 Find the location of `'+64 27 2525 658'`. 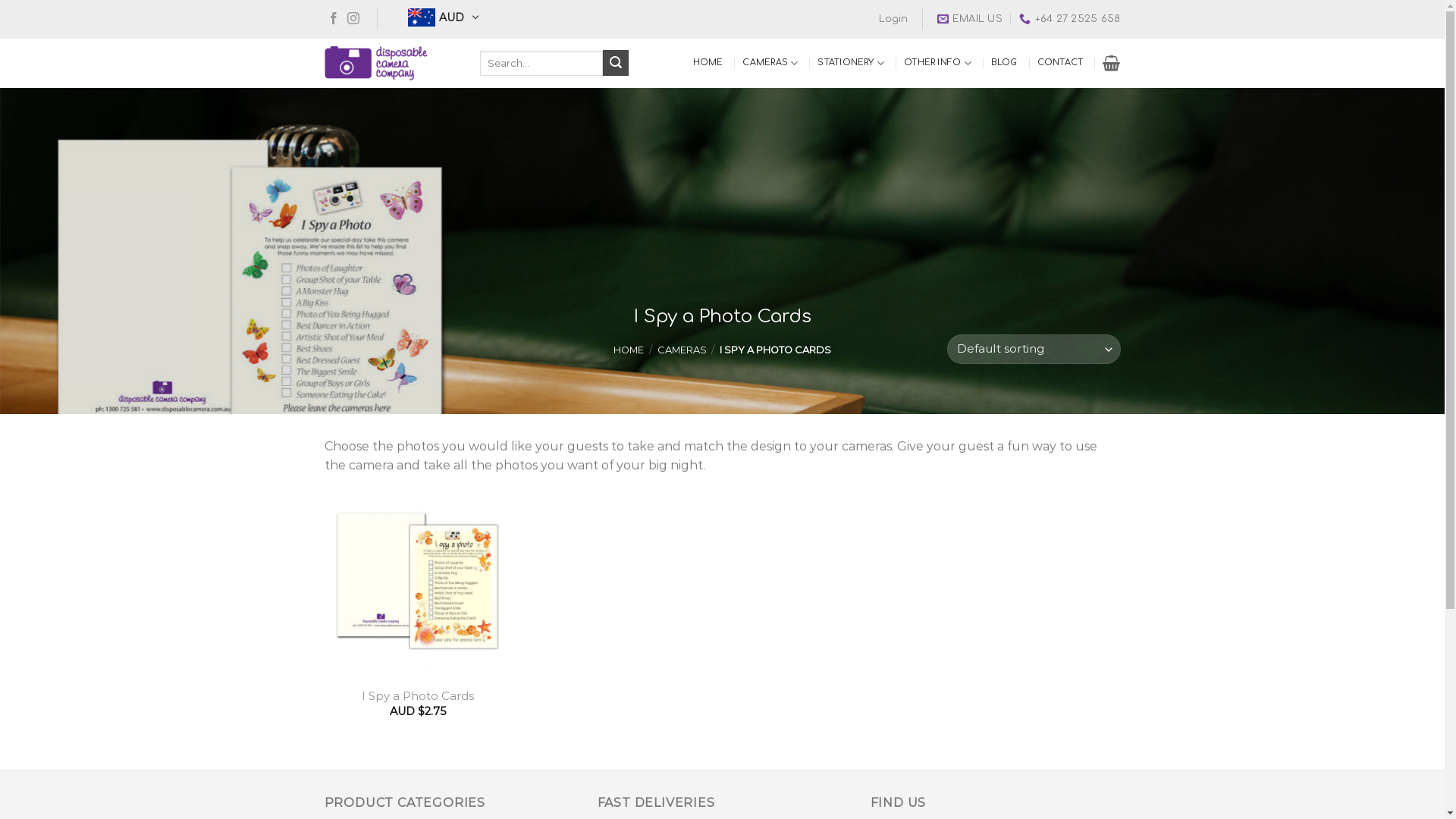

'+64 27 2525 658' is located at coordinates (1068, 18).